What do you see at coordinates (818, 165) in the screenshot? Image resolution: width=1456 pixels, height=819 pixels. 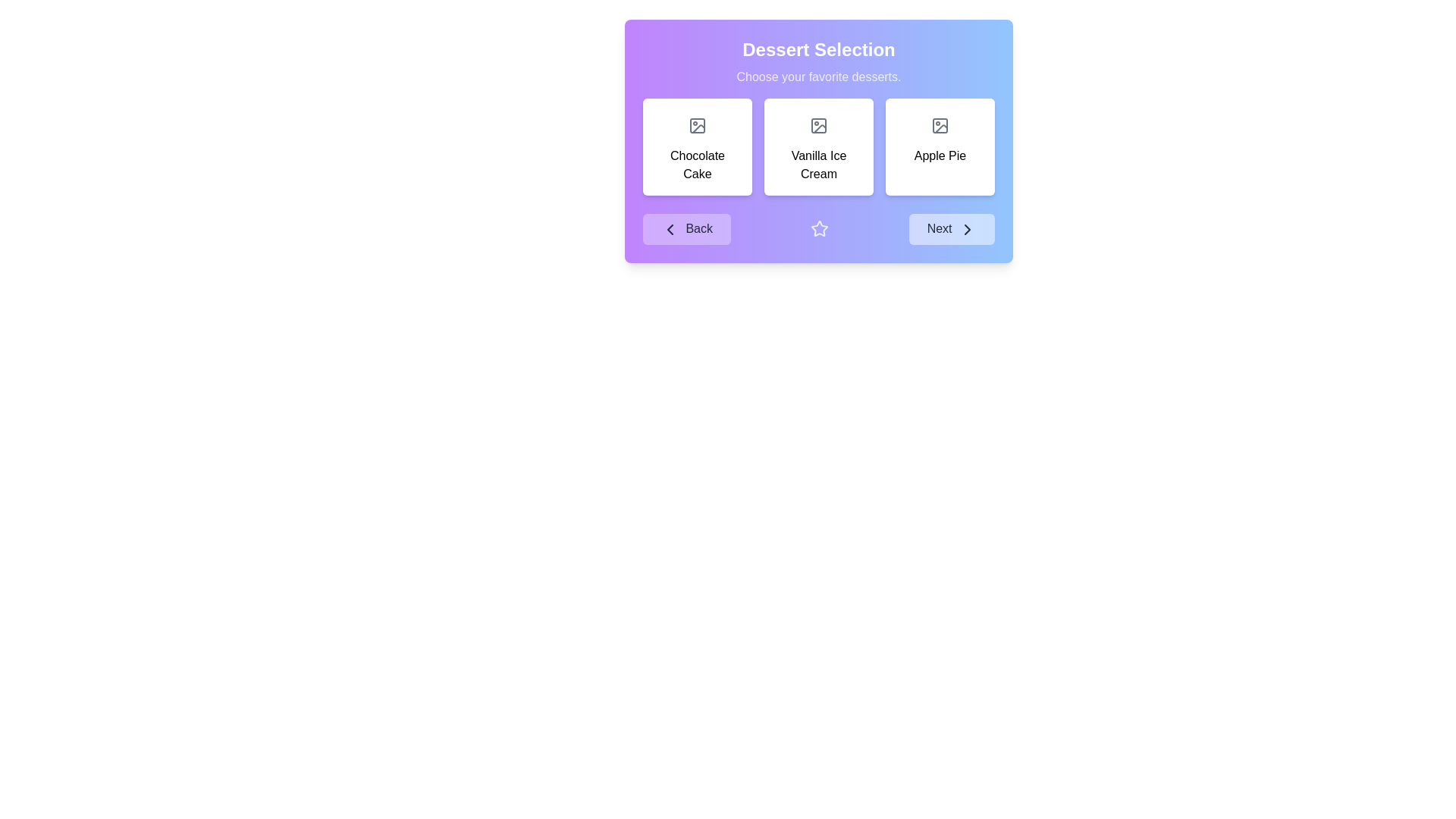 I see `the text label identifying the card's content for 'Vanilla Ice Cream', which is located beneath an icon in the middle column of three horizontally presented options` at bounding box center [818, 165].